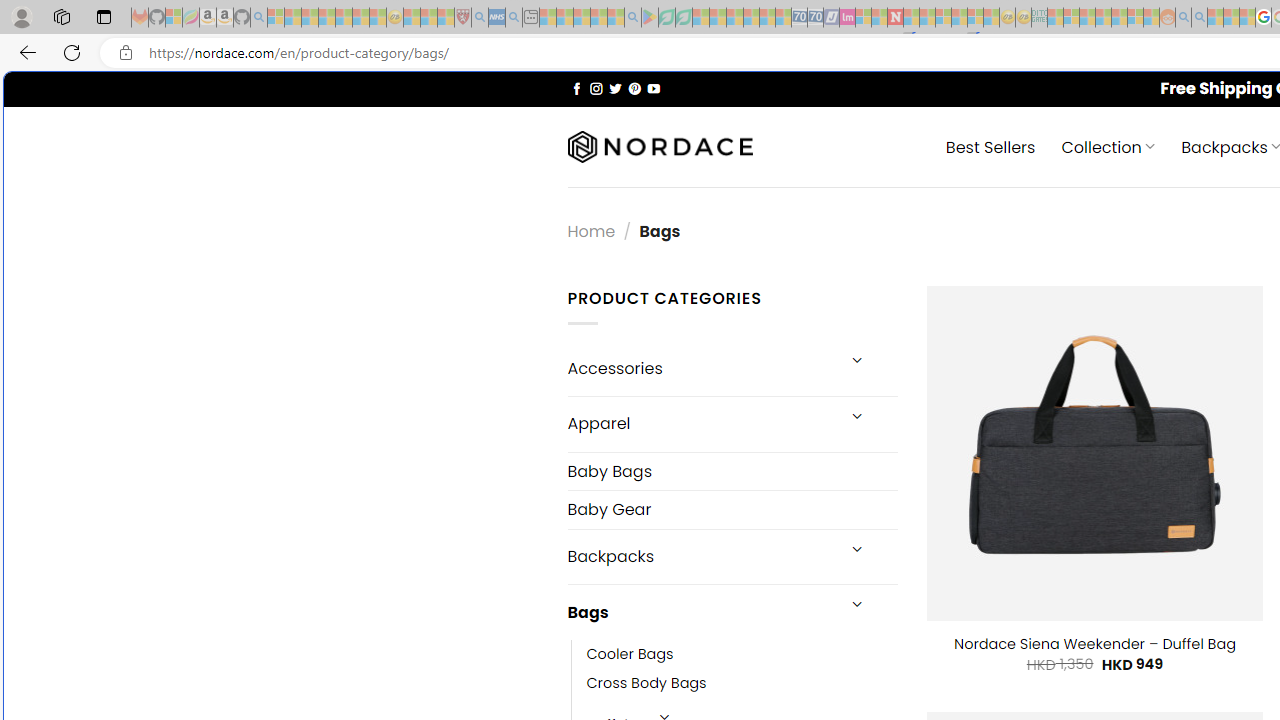  Describe the element at coordinates (731, 508) in the screenshot. I see `'Baby Gear'` at that location.